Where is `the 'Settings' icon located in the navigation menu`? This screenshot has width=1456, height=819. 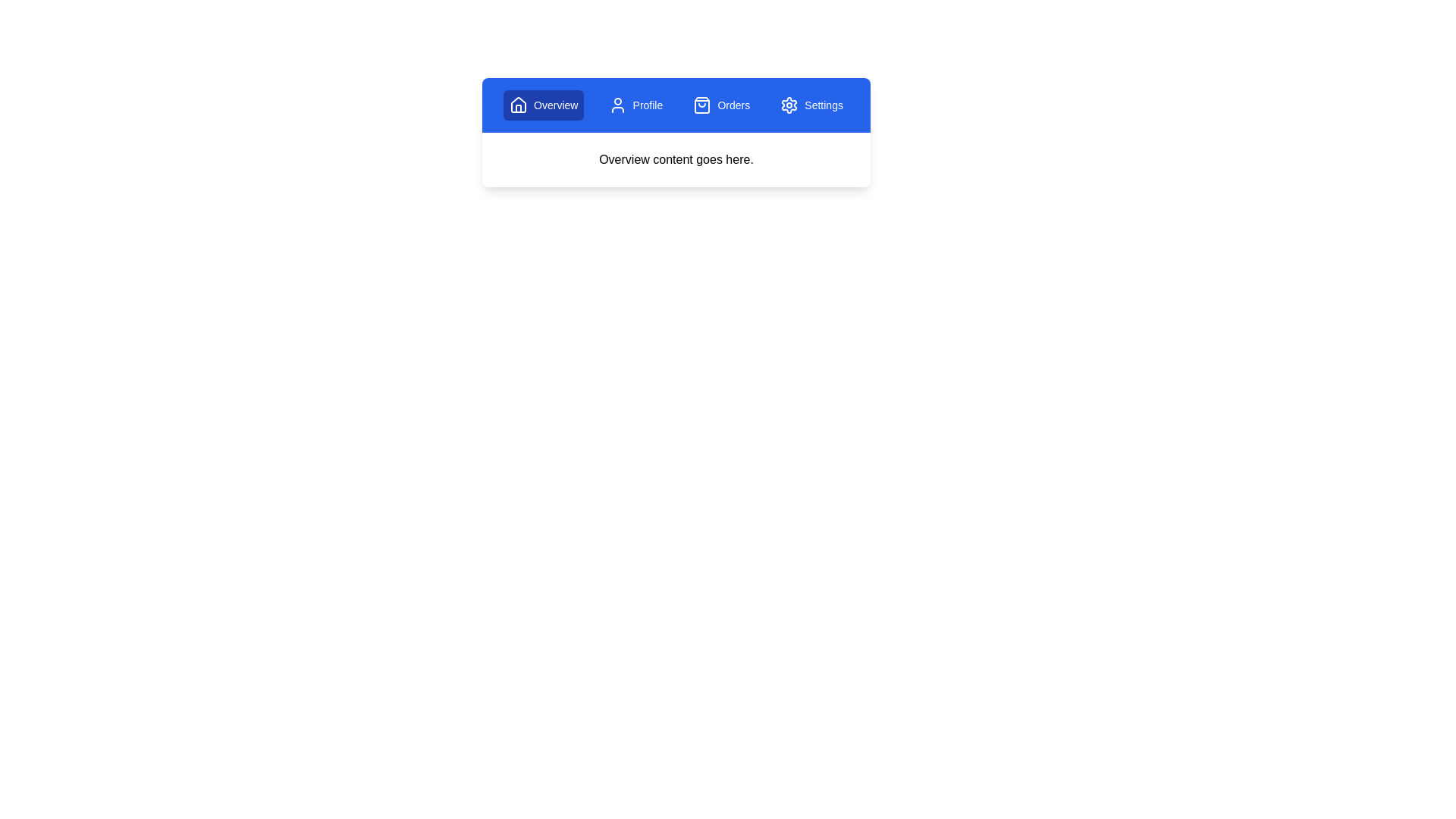
the 'Settings' icon located in the navigation menu is located at coordinates (789, 104).